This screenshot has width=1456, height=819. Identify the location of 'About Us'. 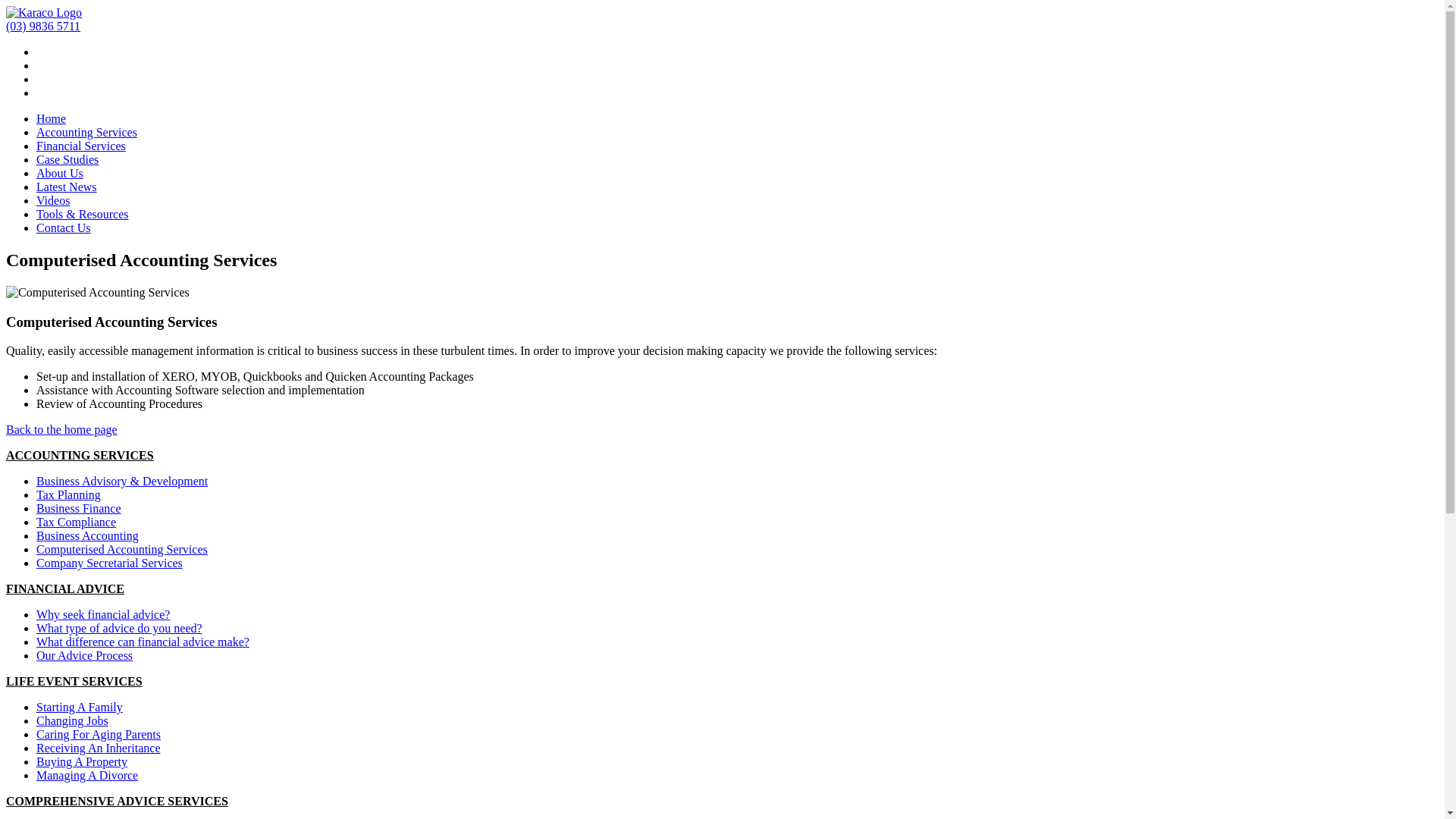
(36, 172).